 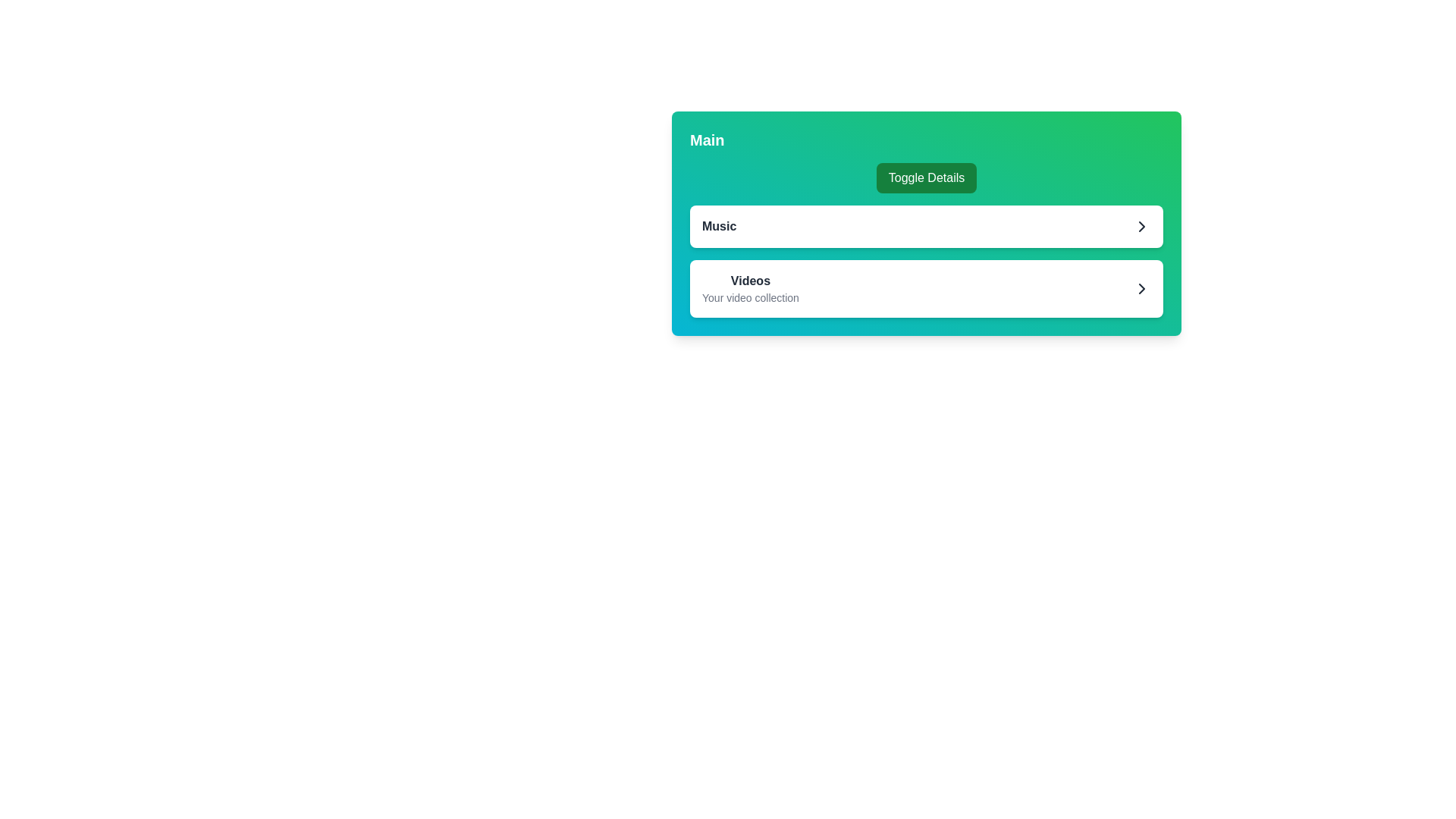 What do you see at coordinates (926, 177) in the screenshot?
I see `the button located towards the top of the greenish gradient box` at bounding box center [926, 177].